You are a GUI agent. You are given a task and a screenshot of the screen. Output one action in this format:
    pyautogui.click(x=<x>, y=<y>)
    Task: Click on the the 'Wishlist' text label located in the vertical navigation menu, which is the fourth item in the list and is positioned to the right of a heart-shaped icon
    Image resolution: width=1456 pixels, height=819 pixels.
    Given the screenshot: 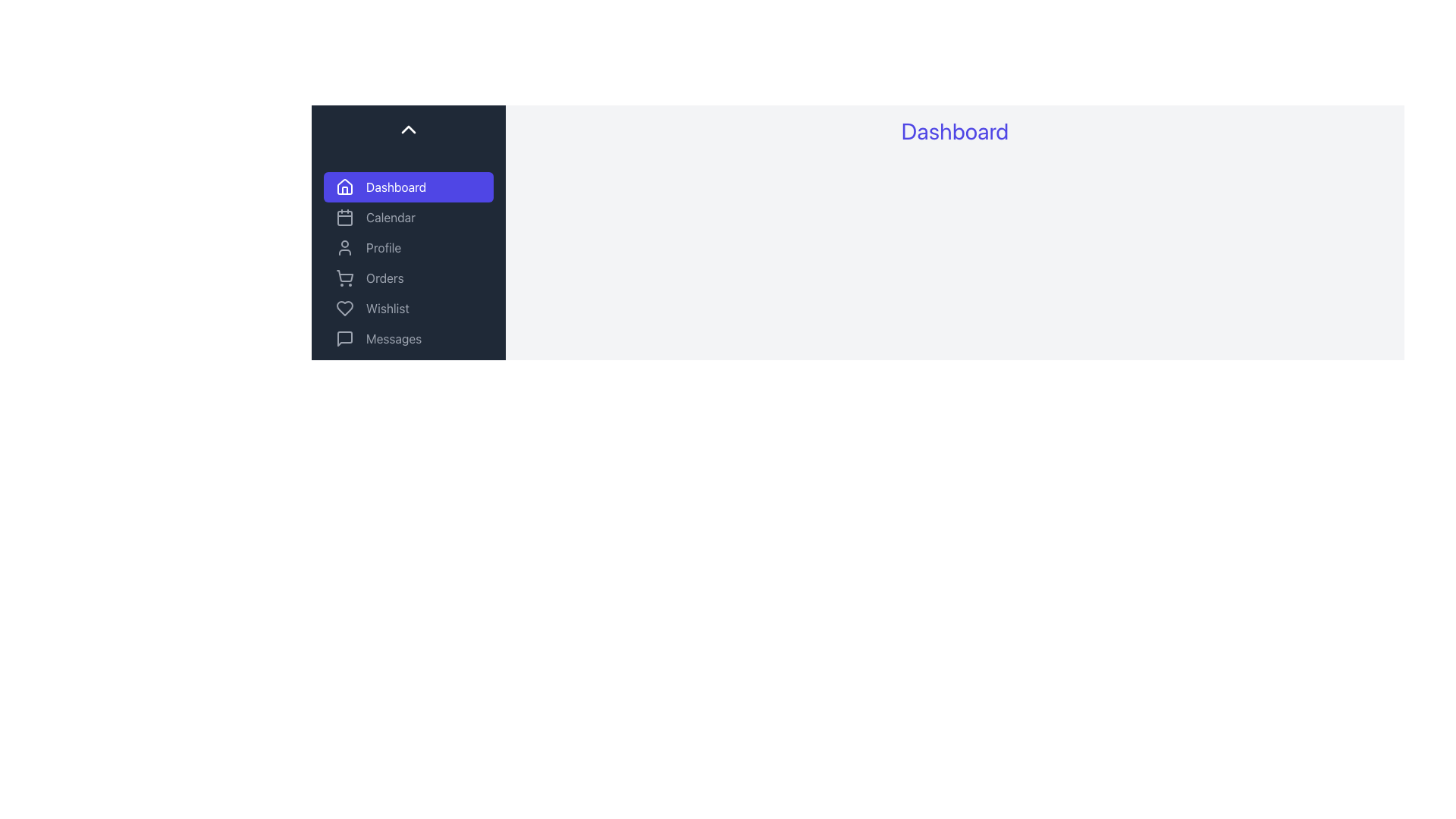 What is the action you would take?
    pyautogui.click(x=388, y=308)
    